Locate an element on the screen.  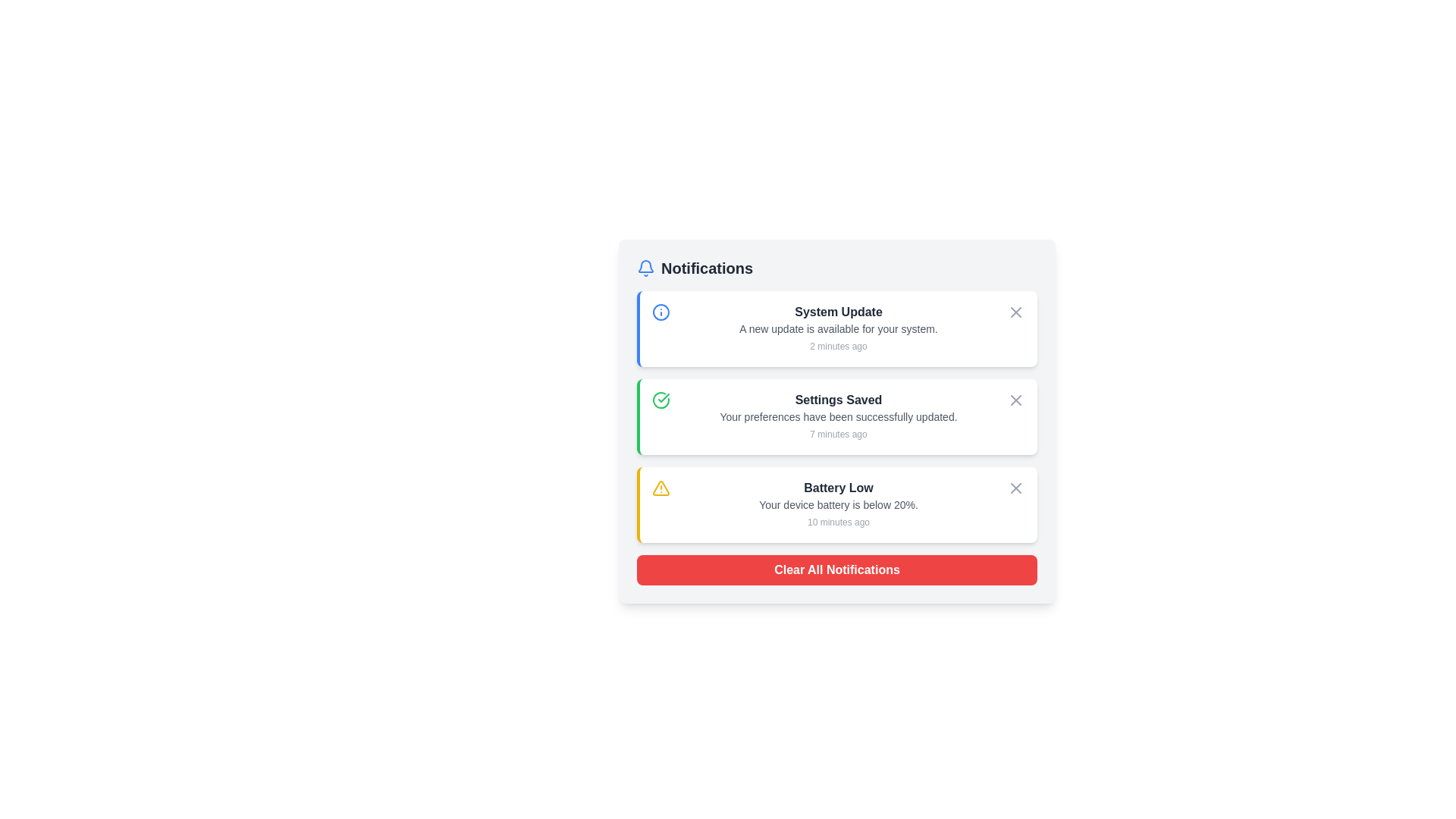
the second notification card in the vertical list of notifications, which indicates that the user's preferences have been successfully updated is located at coordinates (836, 417).